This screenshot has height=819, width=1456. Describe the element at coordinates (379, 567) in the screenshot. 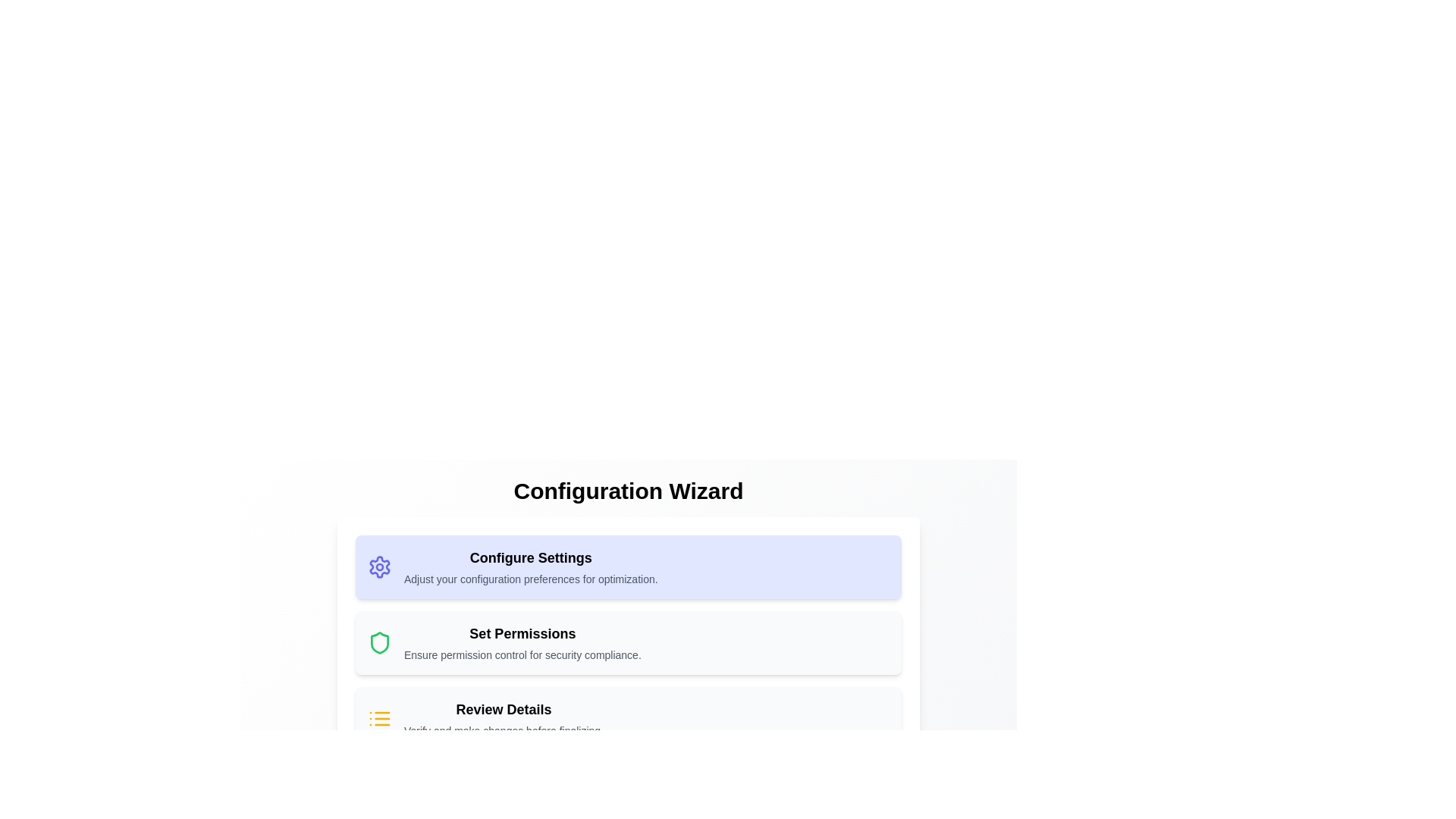

I see `the gear-like icon representing configuration or settings, which is located in the first item of the vertical menu labeled 'Configure Settings.'` at that location.